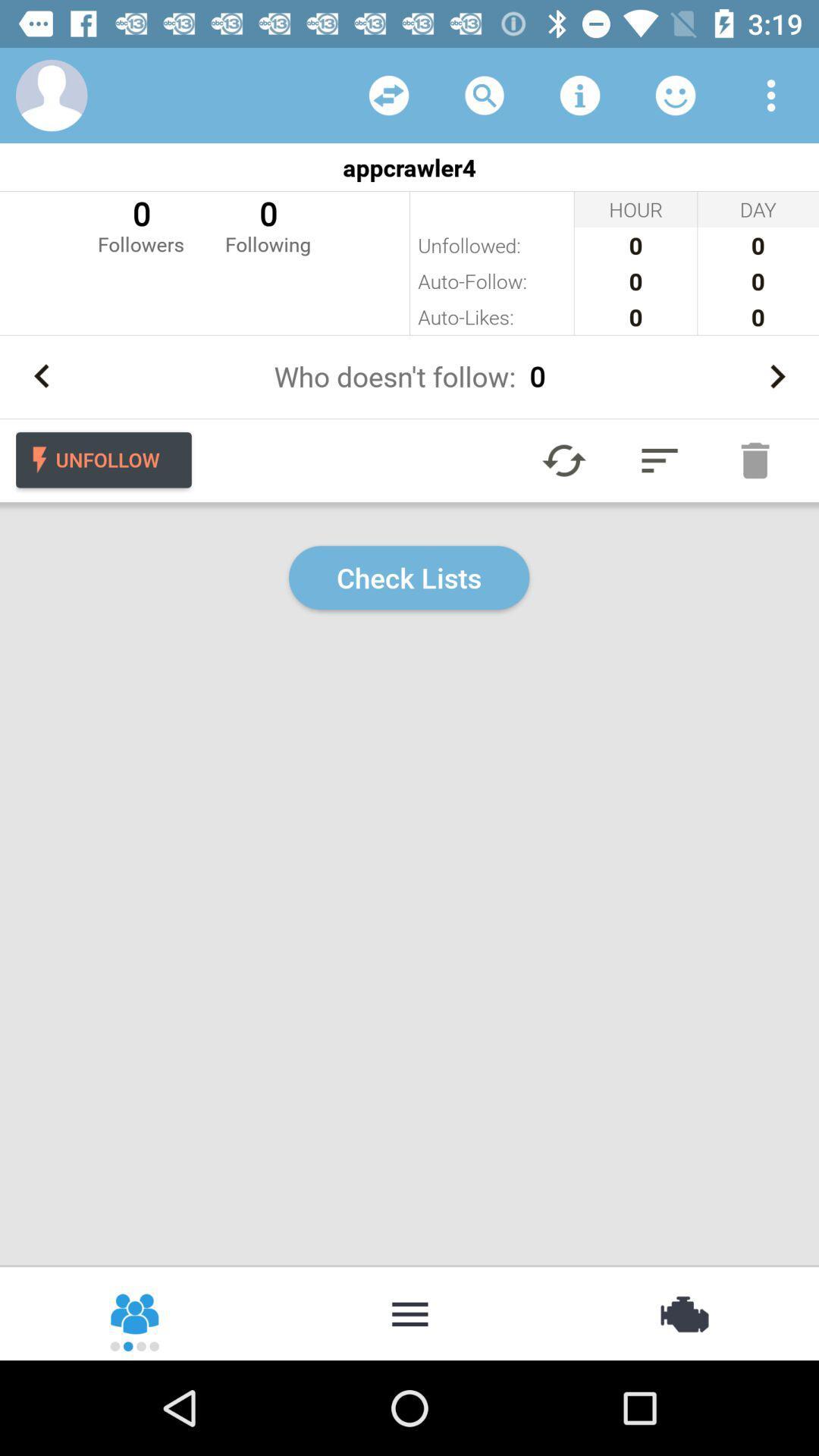 The width and height of the screenshot is (819, 1456). Describe the element at coordinates (755, 460) in the screenshot. I see `the delete icon` at that location.